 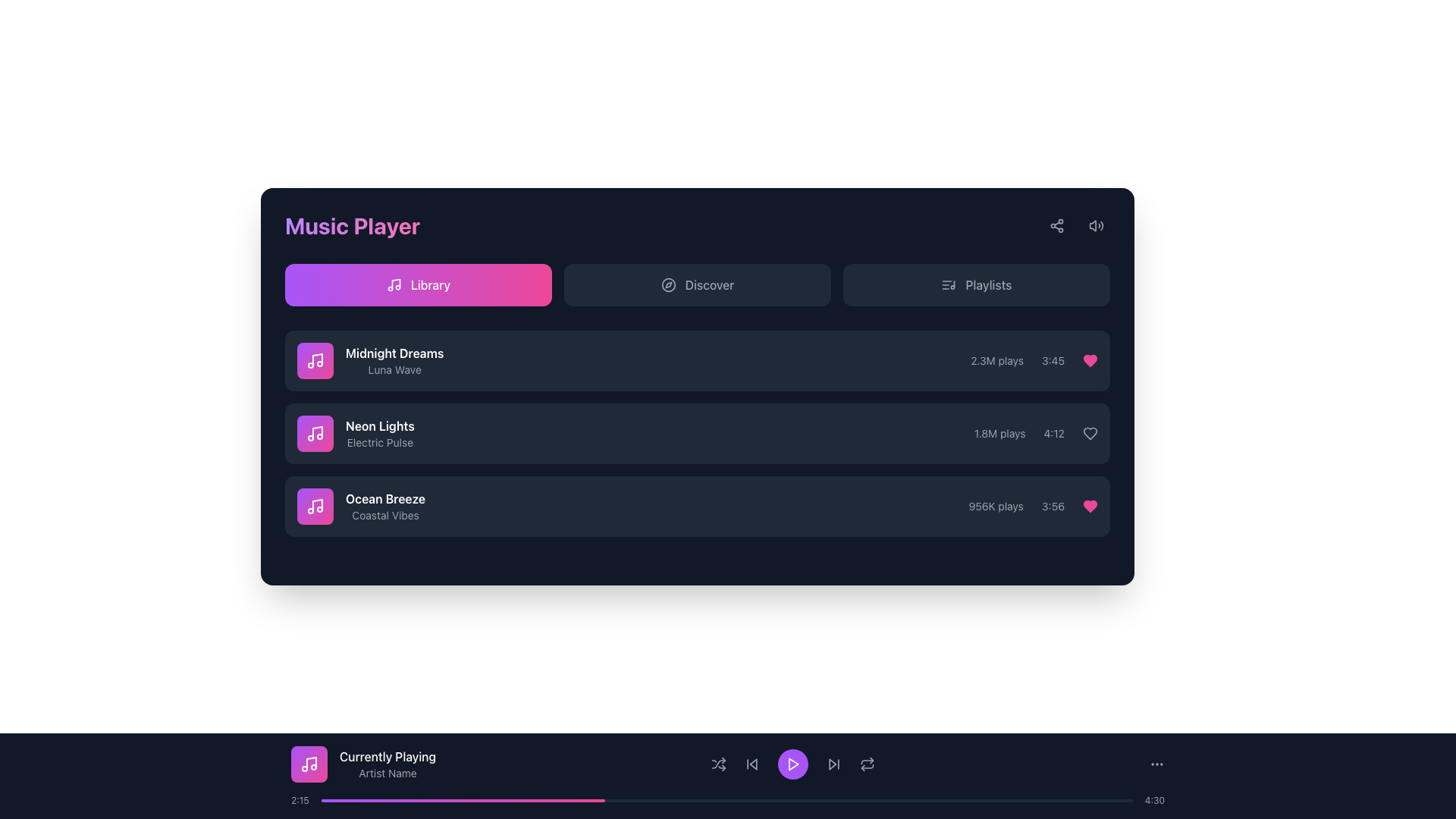 I want to click on the bright pink heart icon located in the upper-right corner of the first row of the music track list, so click(x=1090, y=360).